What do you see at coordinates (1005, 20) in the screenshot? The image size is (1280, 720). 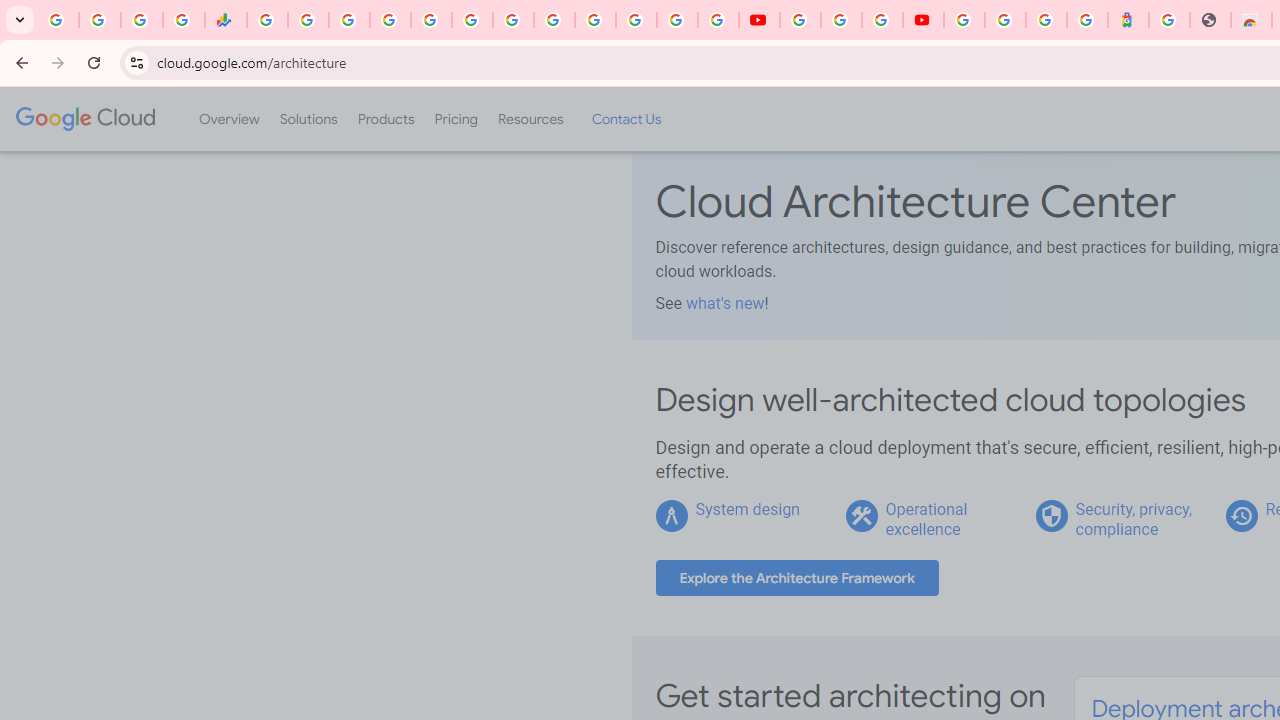 I see `'Sign in - Google Accounts'` at bounding box center [1005, 20].